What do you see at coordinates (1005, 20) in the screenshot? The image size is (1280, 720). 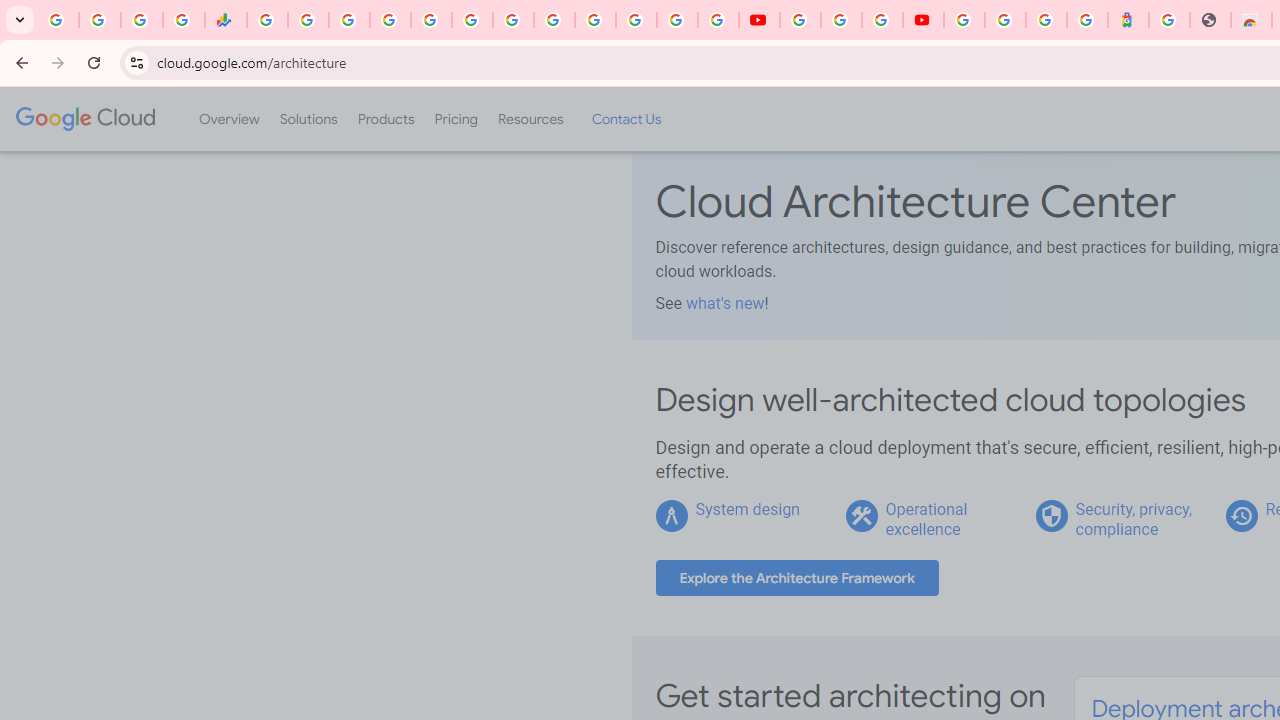 I see `'Sign in - Google Accounts'` at bounding box center [1005, 20].